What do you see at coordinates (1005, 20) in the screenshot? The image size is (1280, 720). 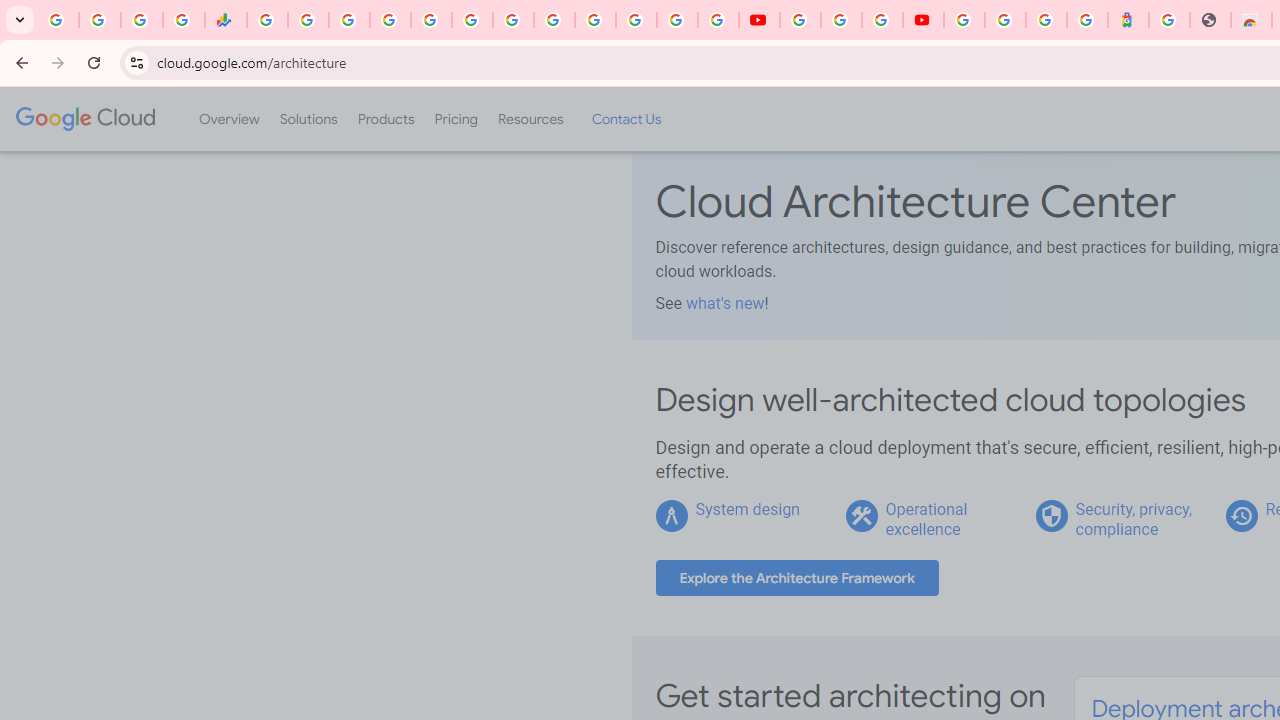 I see `'Sign in - Google Accounts'` at bounding box center [1005, 20].